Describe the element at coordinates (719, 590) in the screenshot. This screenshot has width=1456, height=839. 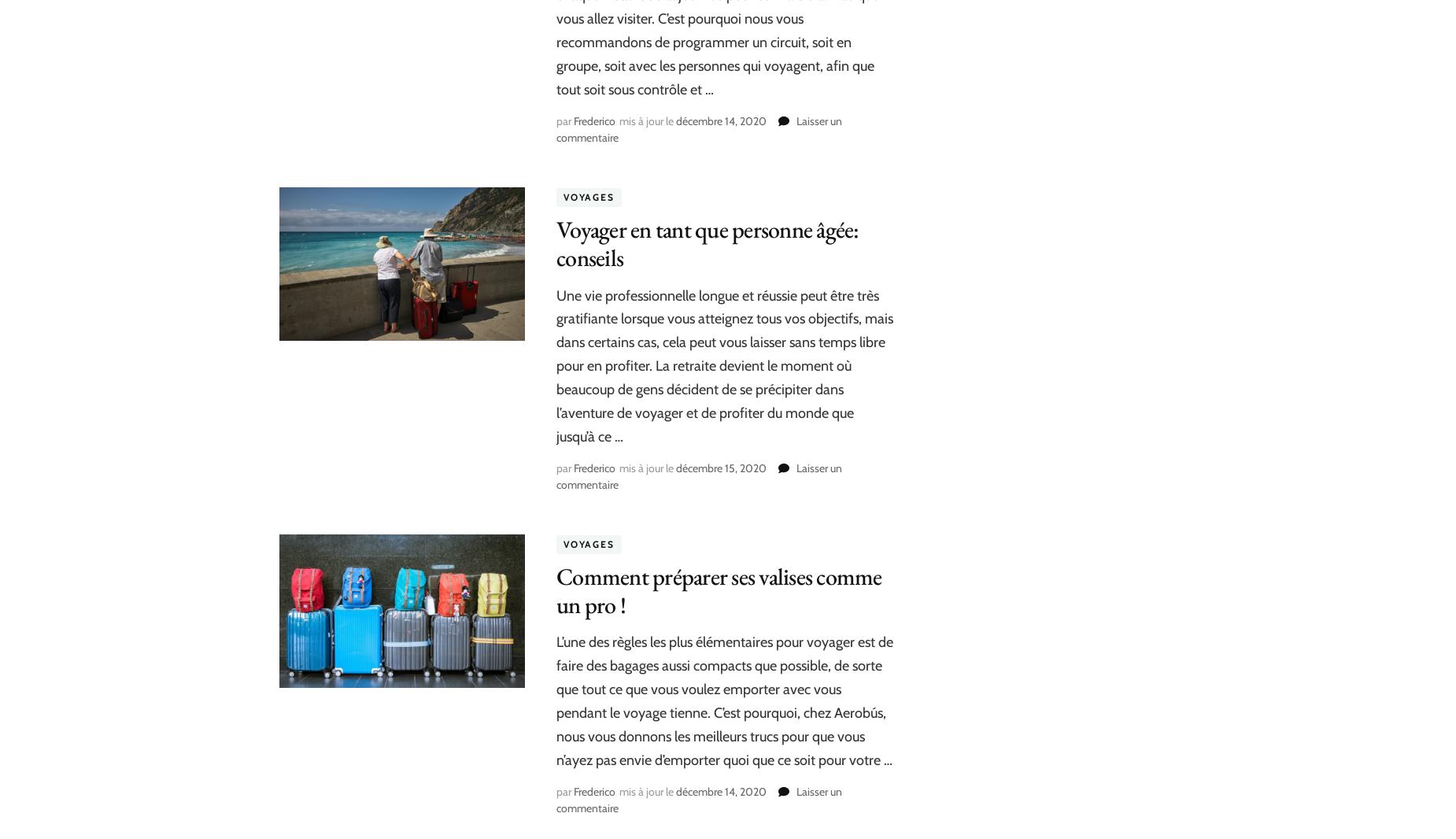
I see `'Comment préparer ses valises comme un pro !'` at that location.